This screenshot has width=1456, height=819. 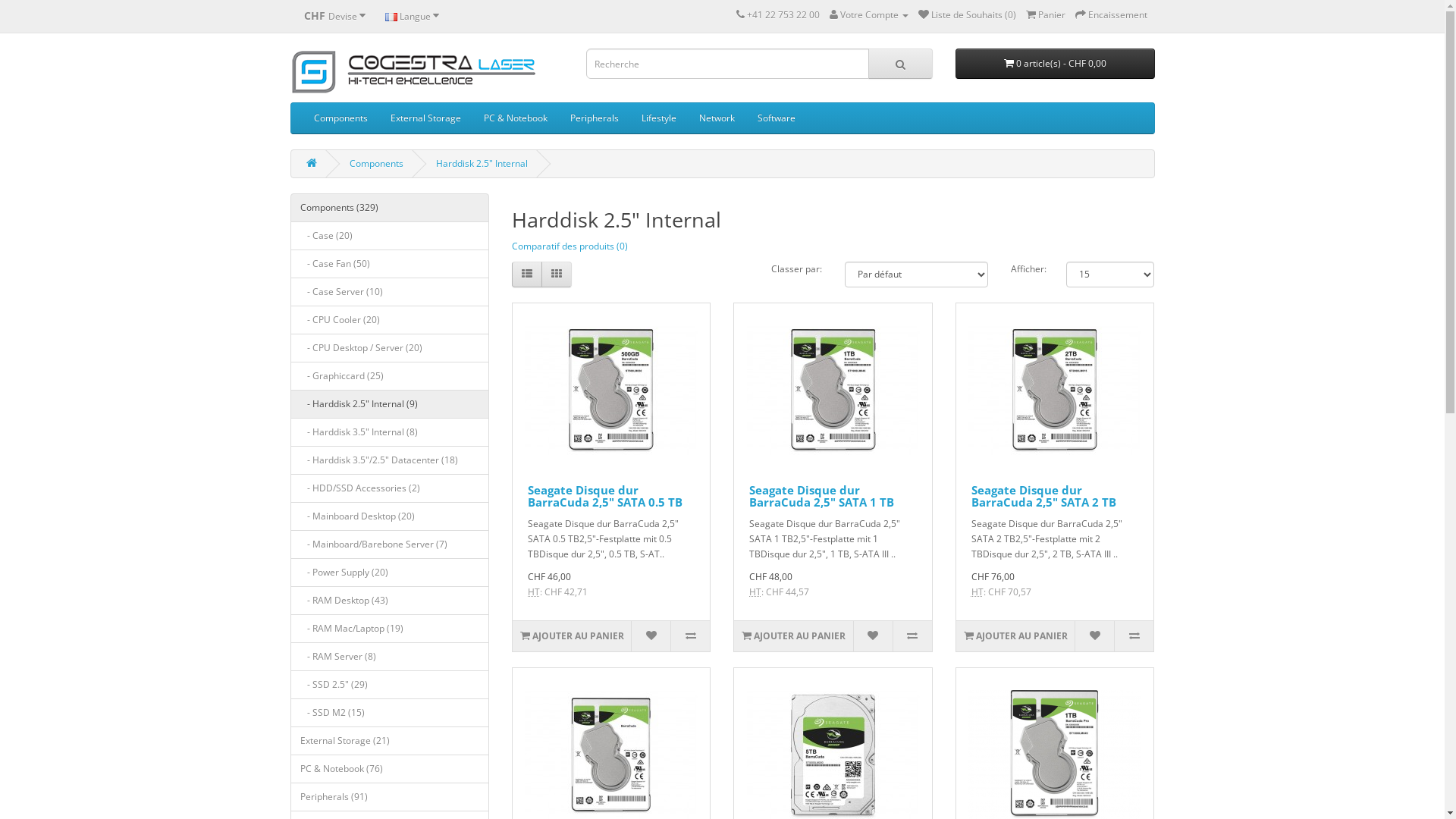 I want to click on 'Software', so click(x=745, y=117).